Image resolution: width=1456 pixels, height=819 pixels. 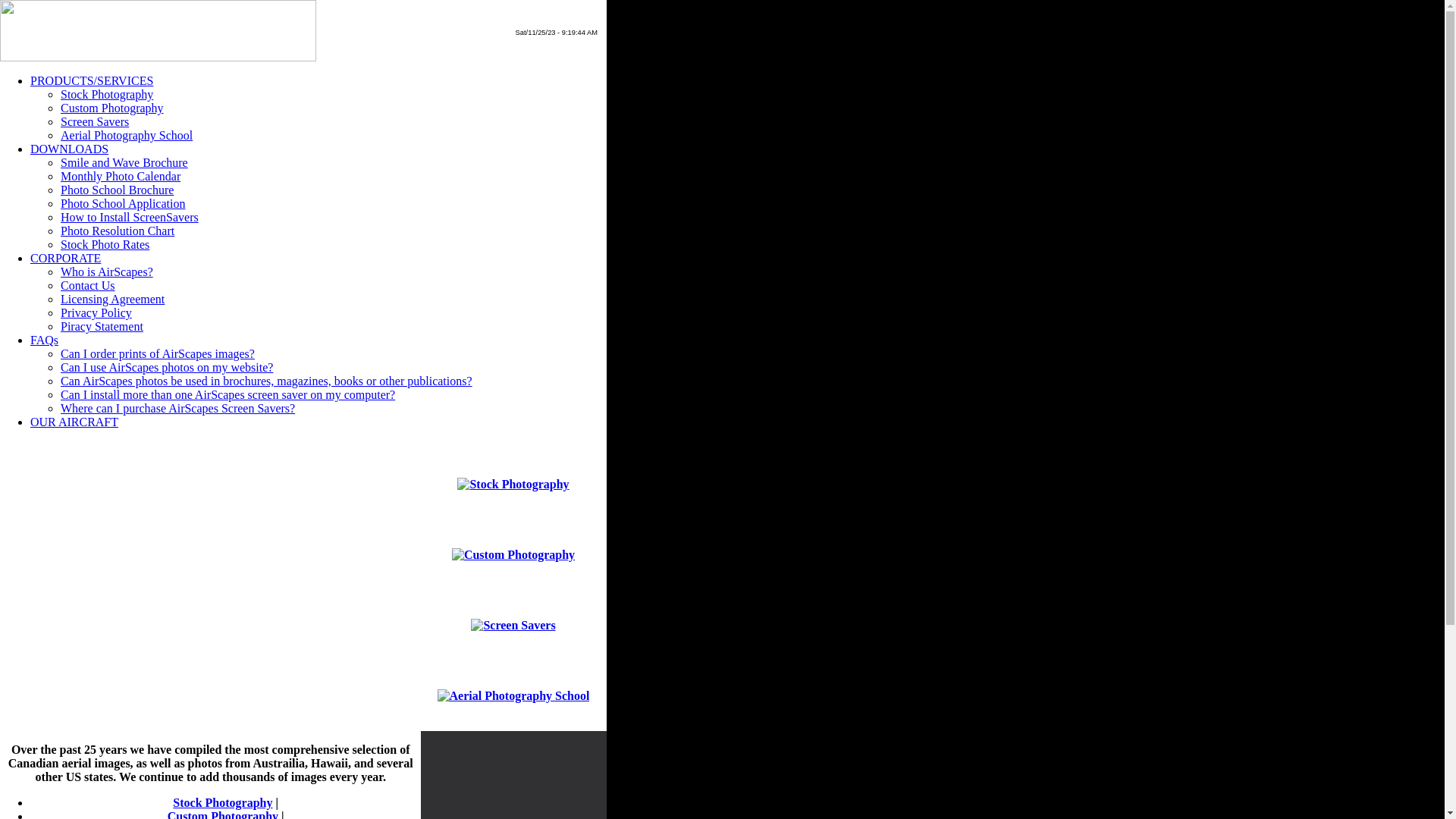 What do you see at coordinates (221, 802) in the screenshot?
I see `'Stock Photography'` at bounding box center [221, 802].